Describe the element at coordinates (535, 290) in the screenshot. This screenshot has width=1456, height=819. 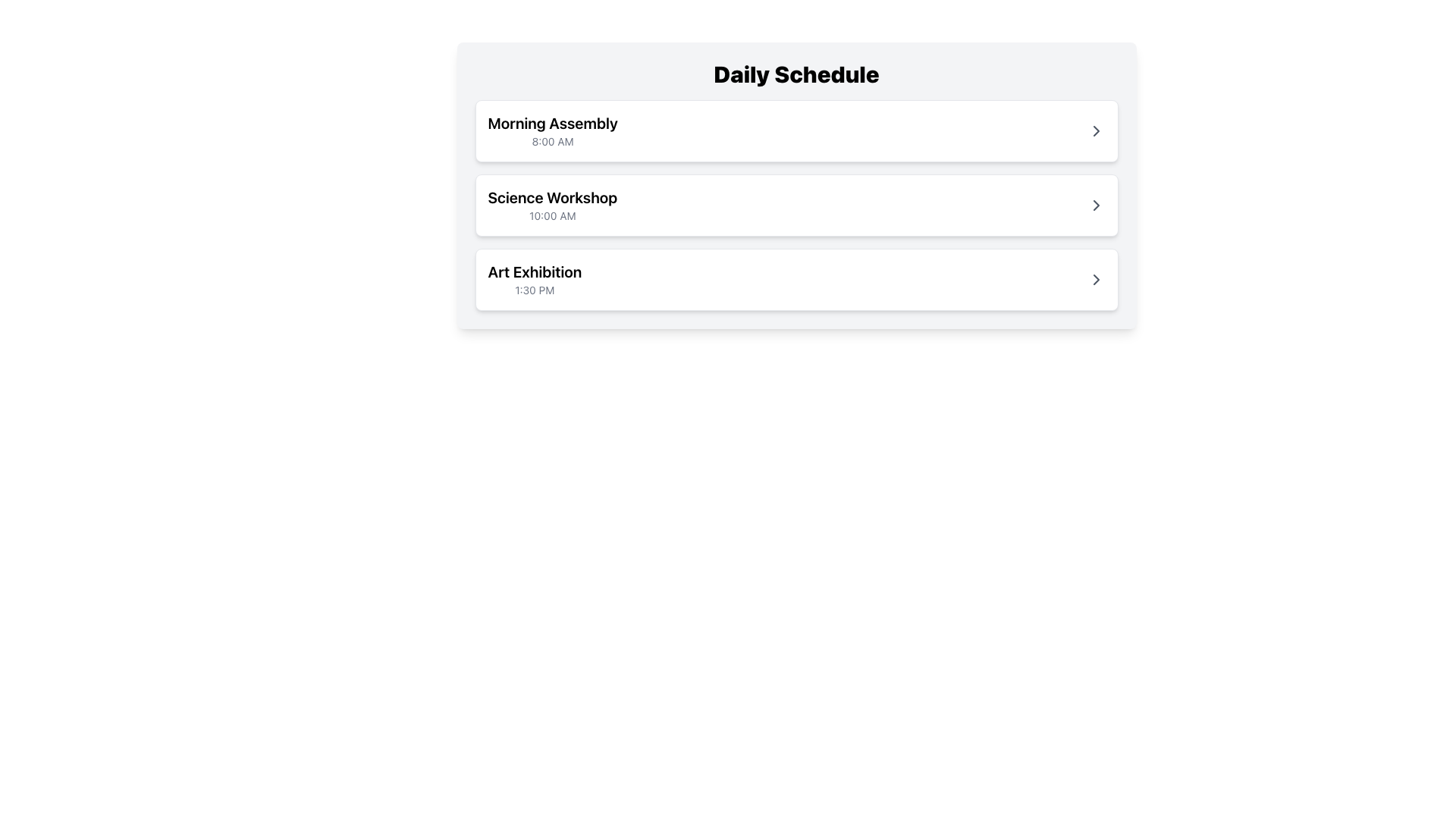
I see `the text label displaying the time '1:30 PM', which is located beneath the 'Art Exhibition' title` at that location.